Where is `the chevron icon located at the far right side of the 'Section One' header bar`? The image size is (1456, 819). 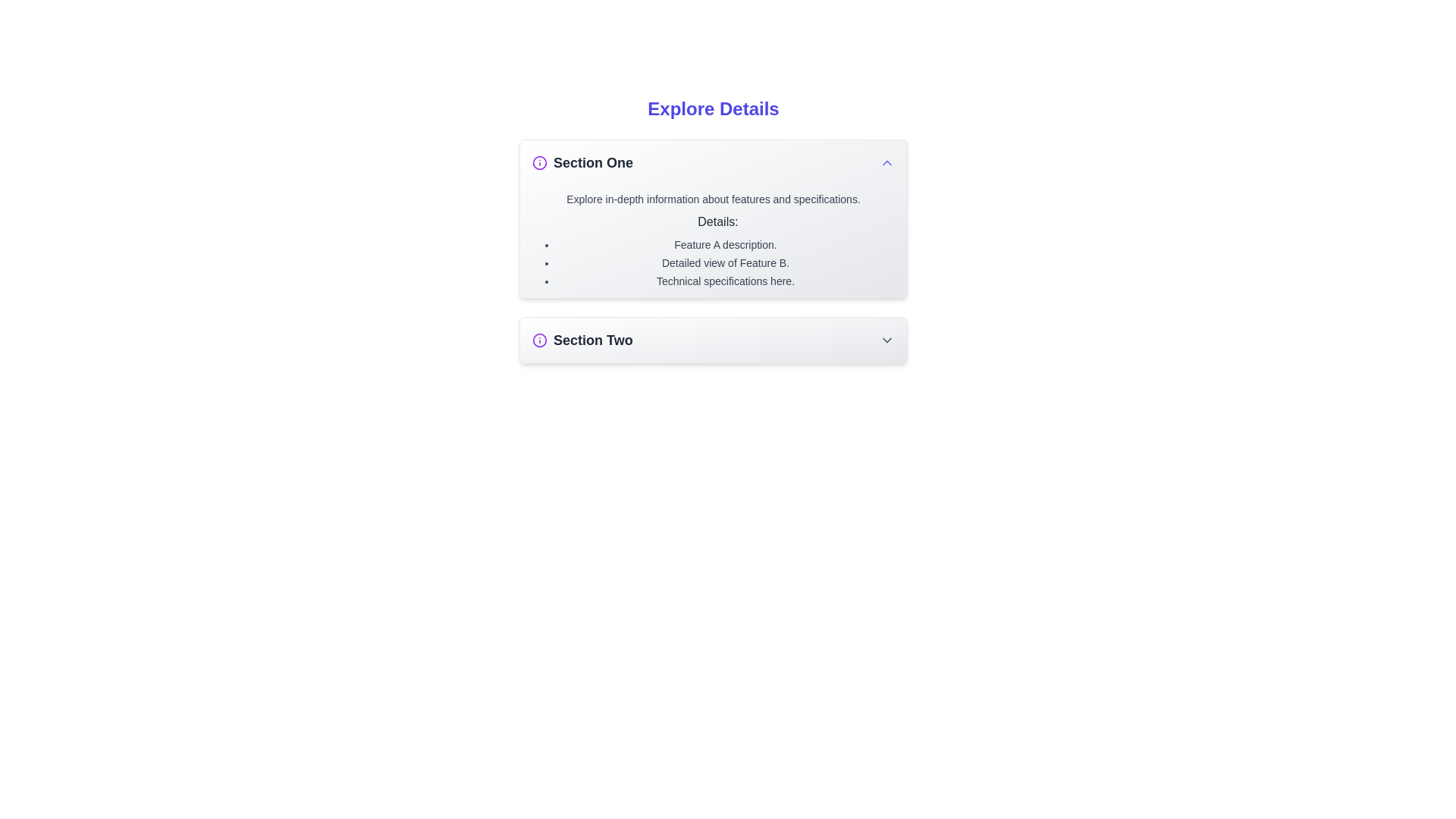 the chevron icon located at the far right side of the 'Section One' header bar is located at coordinates (887, 163).